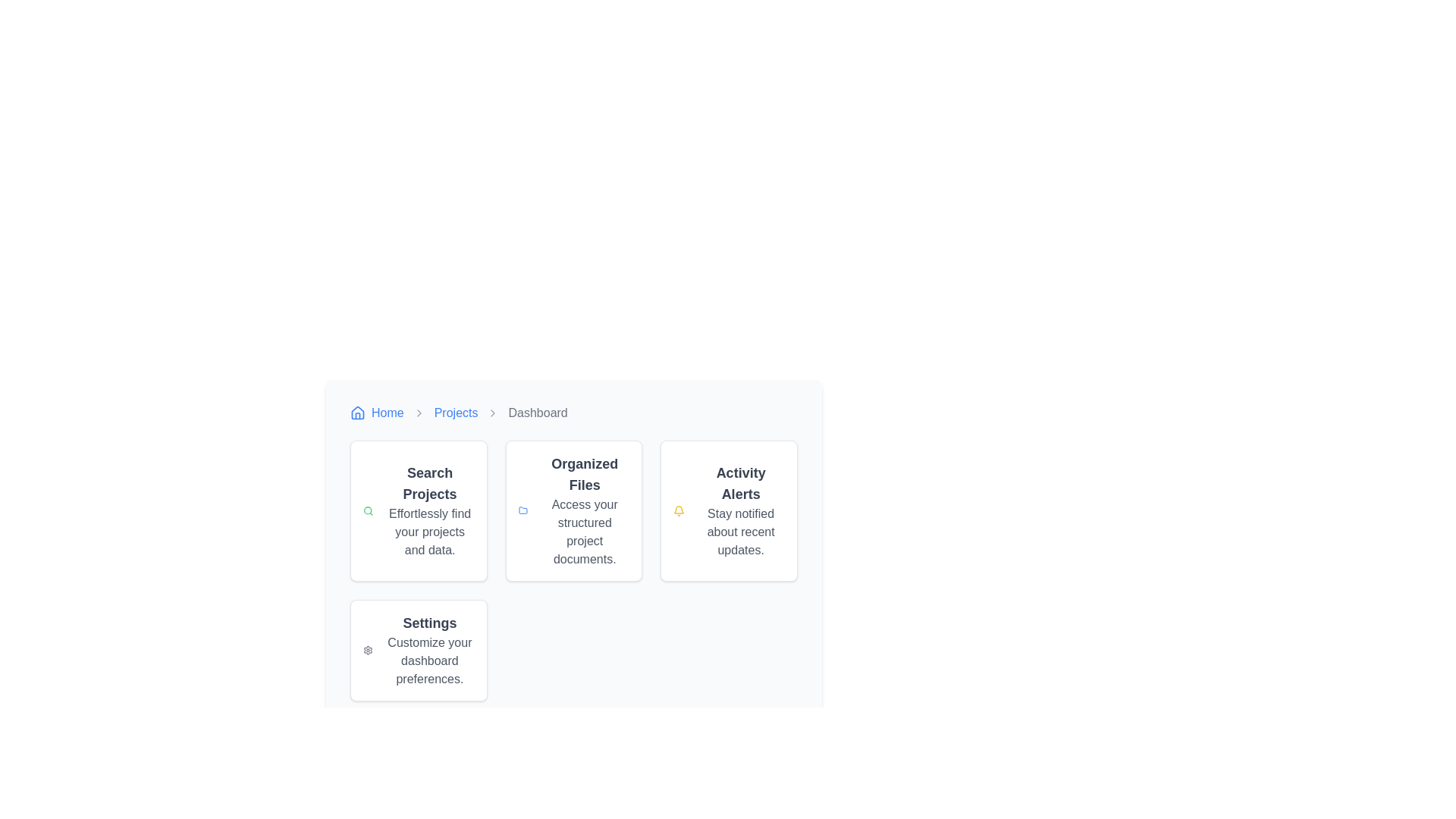  What do you see at coordinates (538, 413) in the screenshot?
I see `the 'Dashboard' descriptive label on the right side of the navigation bar, styled in gray, following 'Home' and 'Projects'` at bounding box center [538, 413].